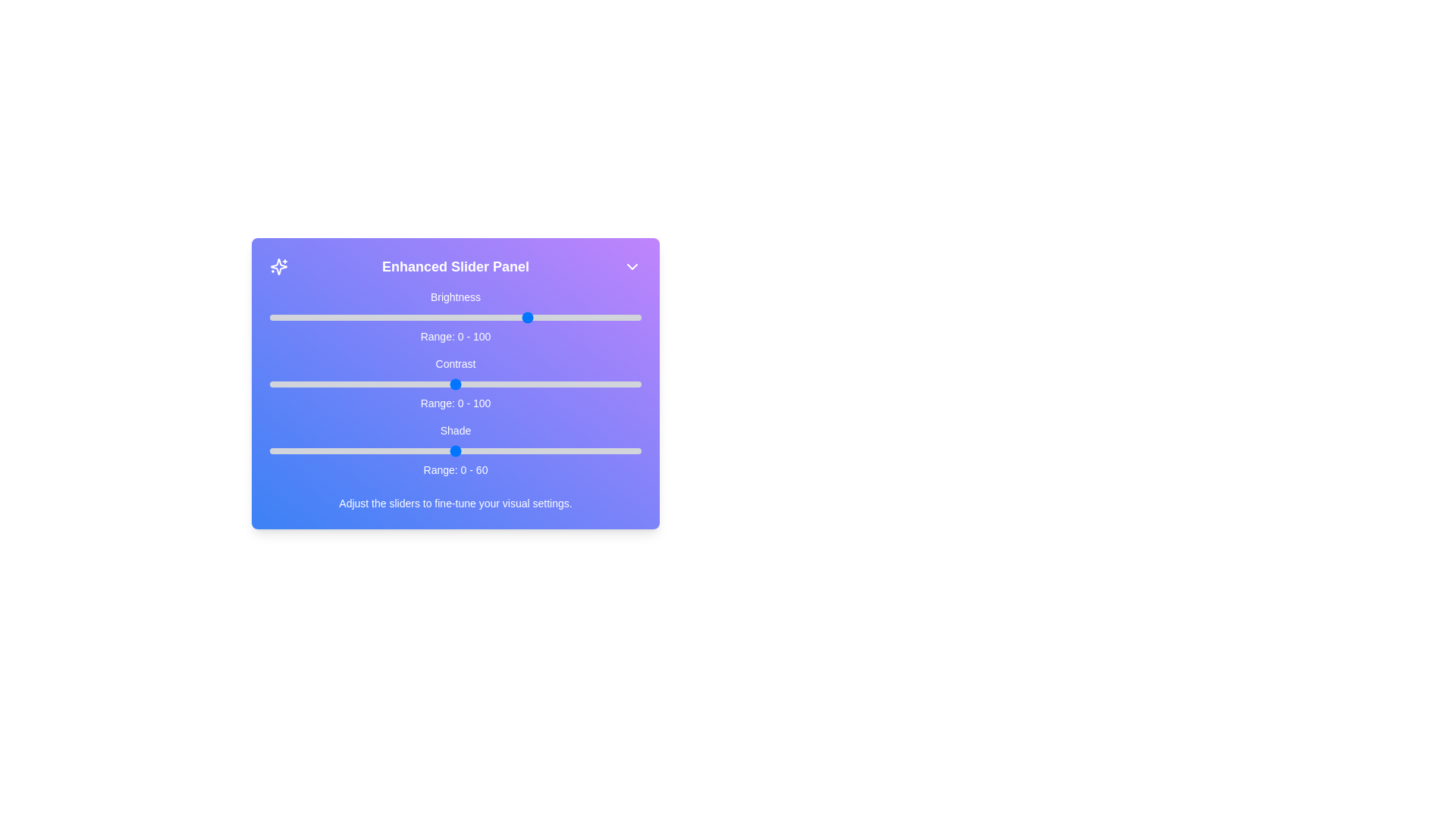 This screenshot has height=819, width=1456. I want to click on the 1 slider to 18, so click(336, 383).